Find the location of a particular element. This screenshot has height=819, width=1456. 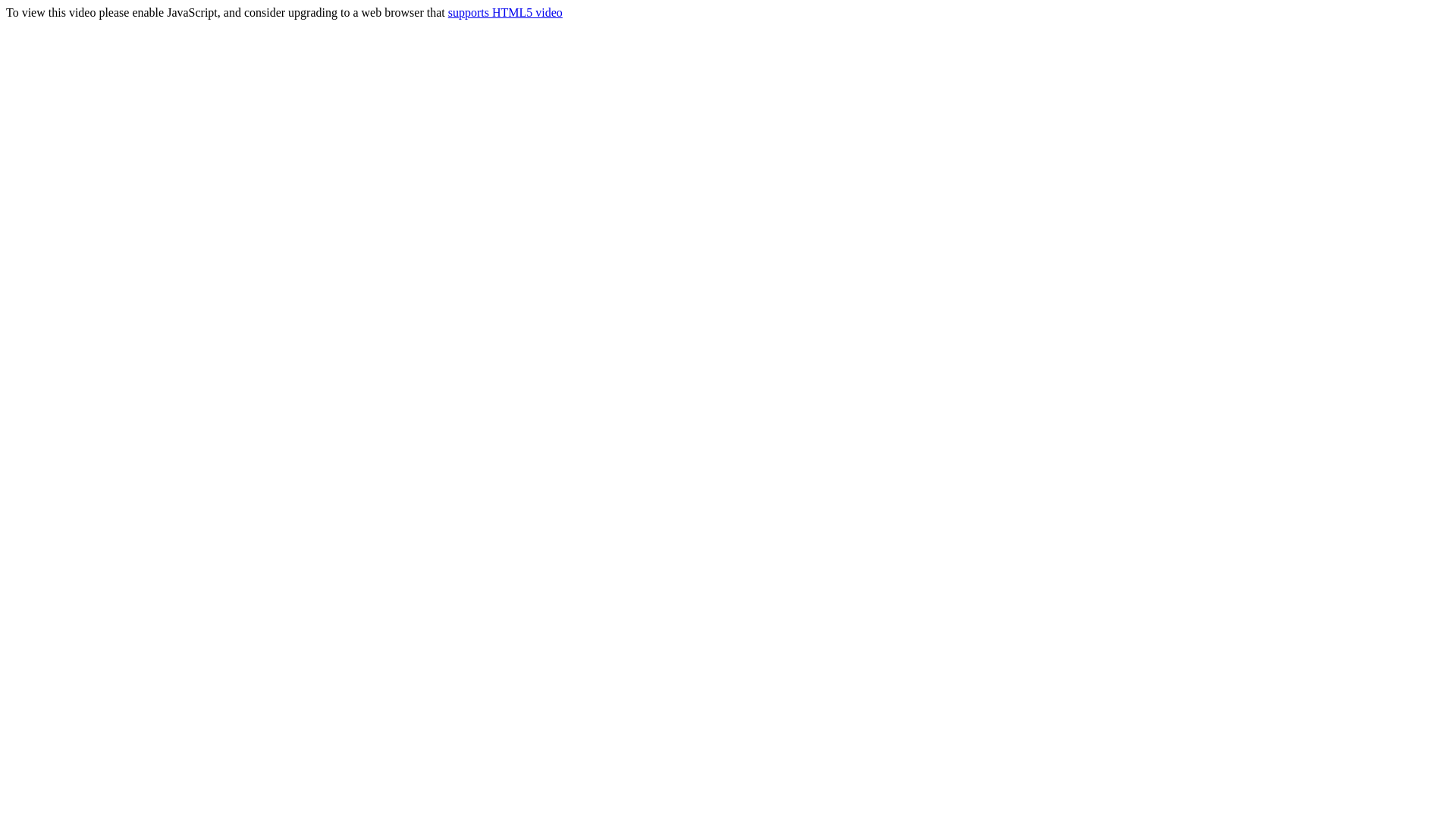

'supports HTML5 video' is located at coordinates (505, 12).